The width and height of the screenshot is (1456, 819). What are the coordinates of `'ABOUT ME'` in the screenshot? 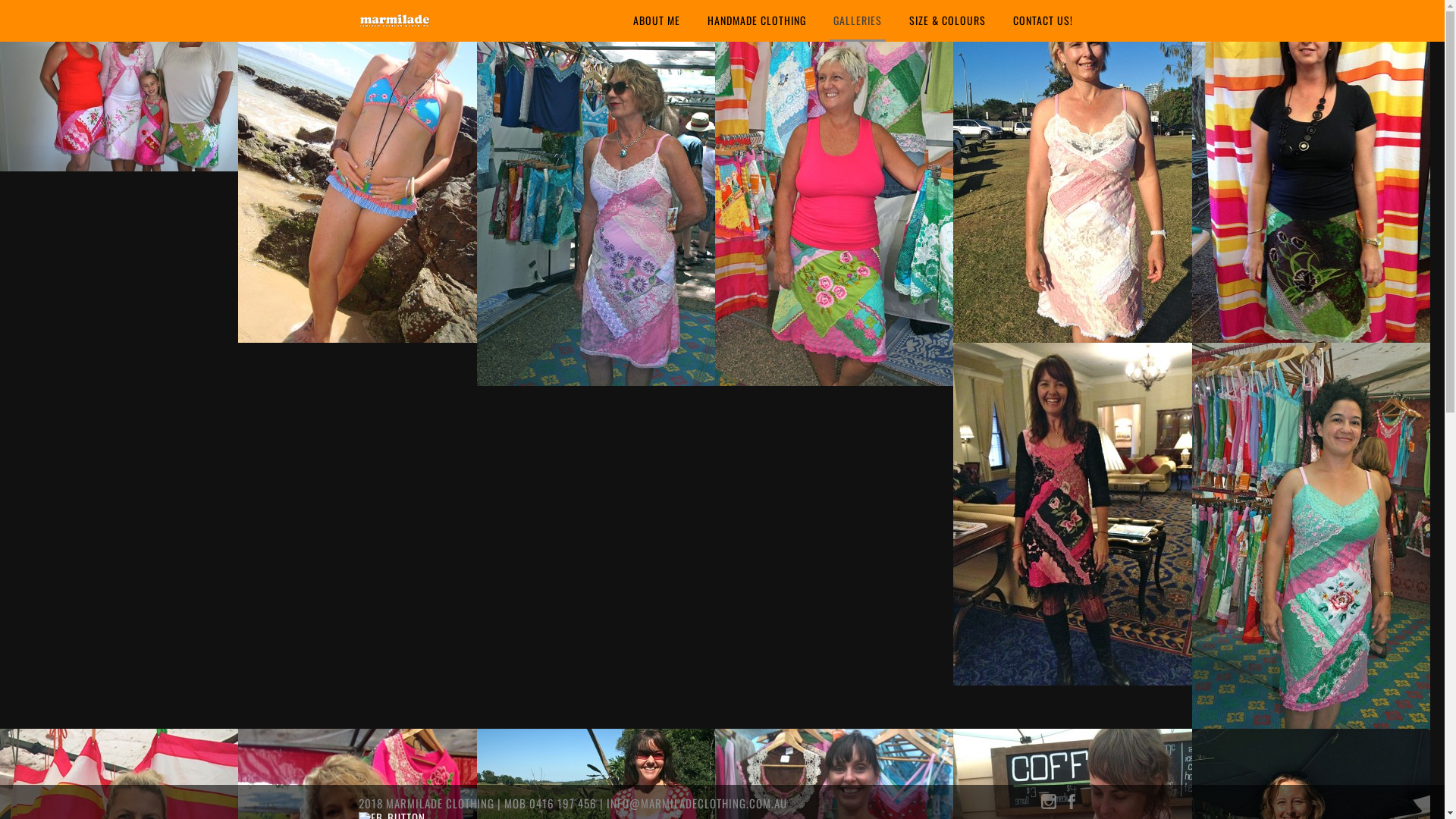 It's located at (629, 20).